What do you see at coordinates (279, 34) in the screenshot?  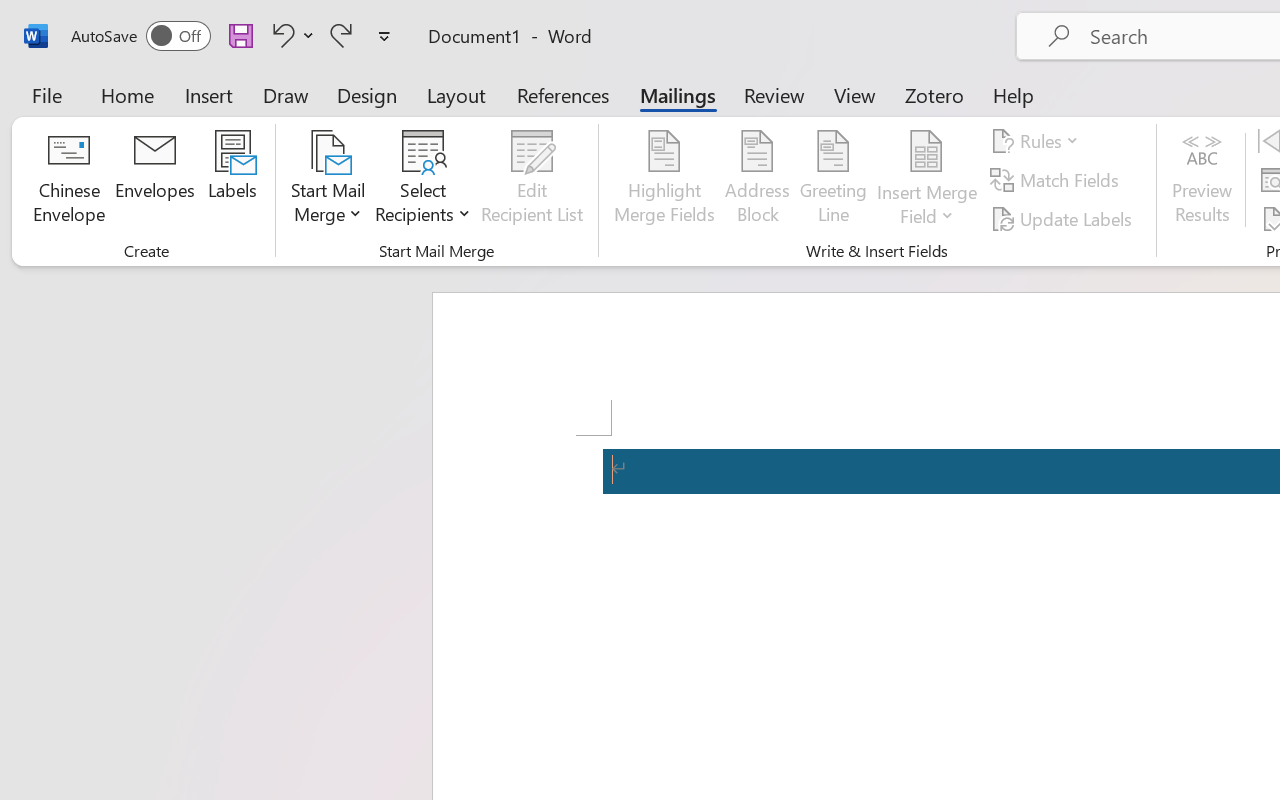 I see `'Undo Apply Quick Style Set'` at bounding box center [279, 34].